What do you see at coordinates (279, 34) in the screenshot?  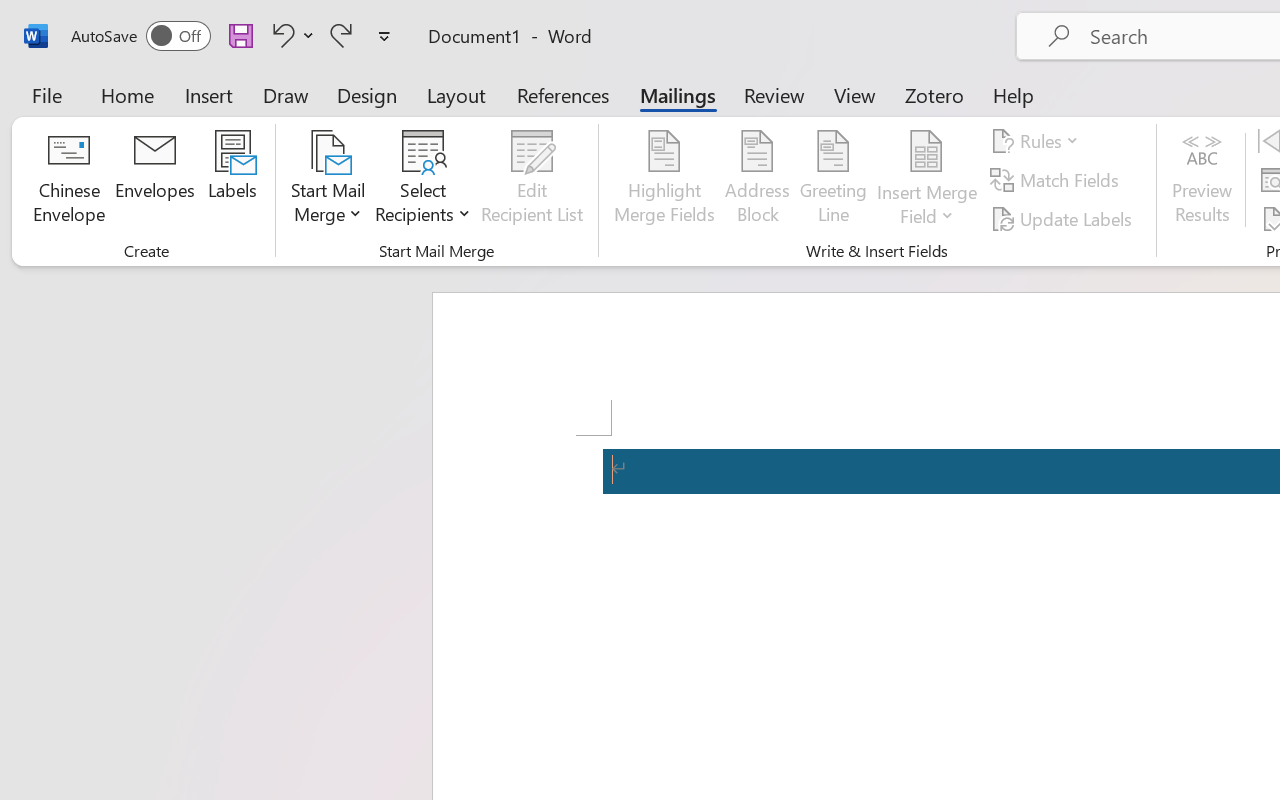 I see `'Undo Apply Quick Style Set'` at bounding box center [279, 34].